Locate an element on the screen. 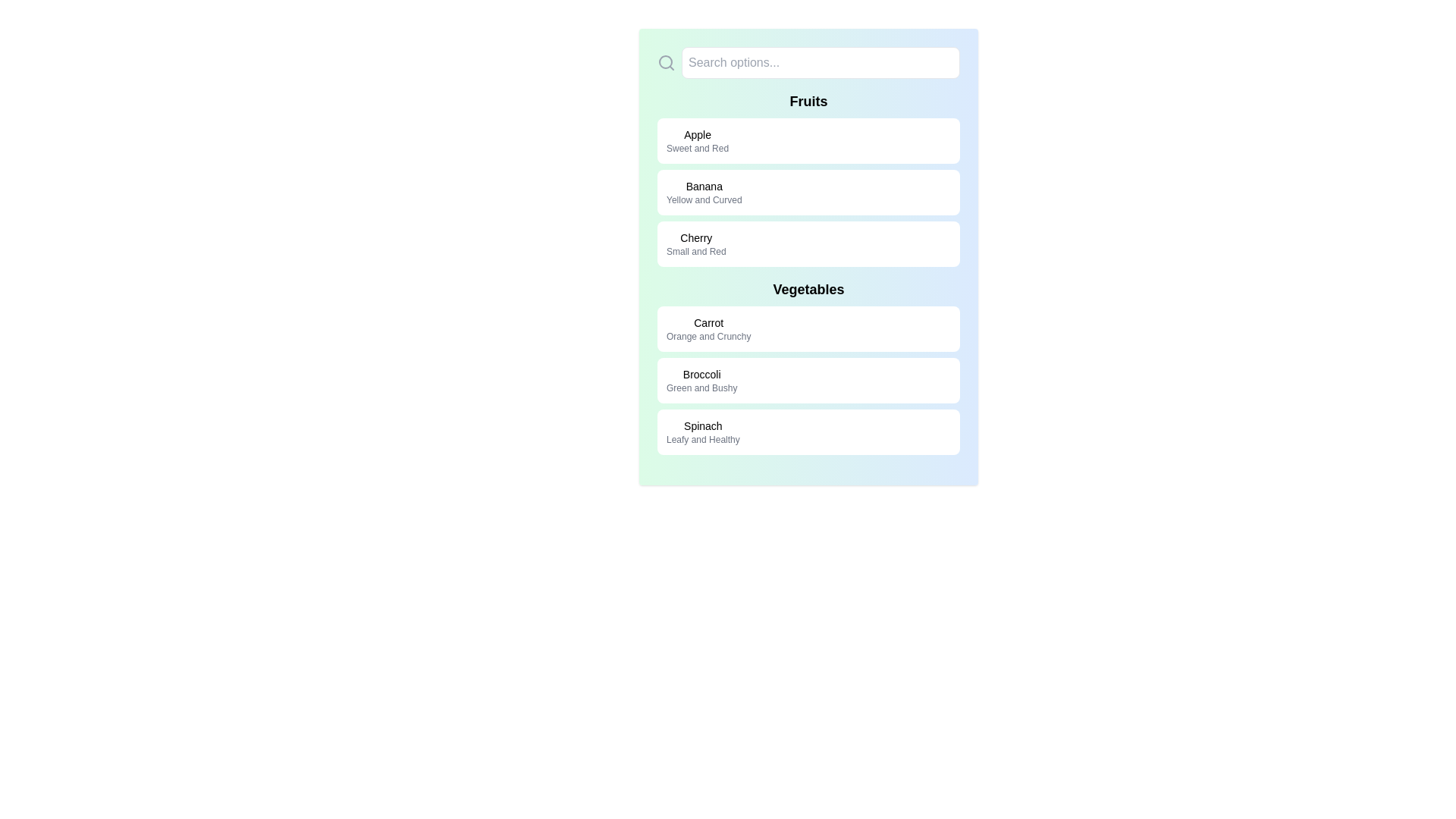 This screenshot has width=1456, height=819. the Text Display Component that prominently displays 'Banana' with a smaller description 'Yellow and Curved', located in the second interactive card of the 'Fruits' section is located at coordinates (703, 192).